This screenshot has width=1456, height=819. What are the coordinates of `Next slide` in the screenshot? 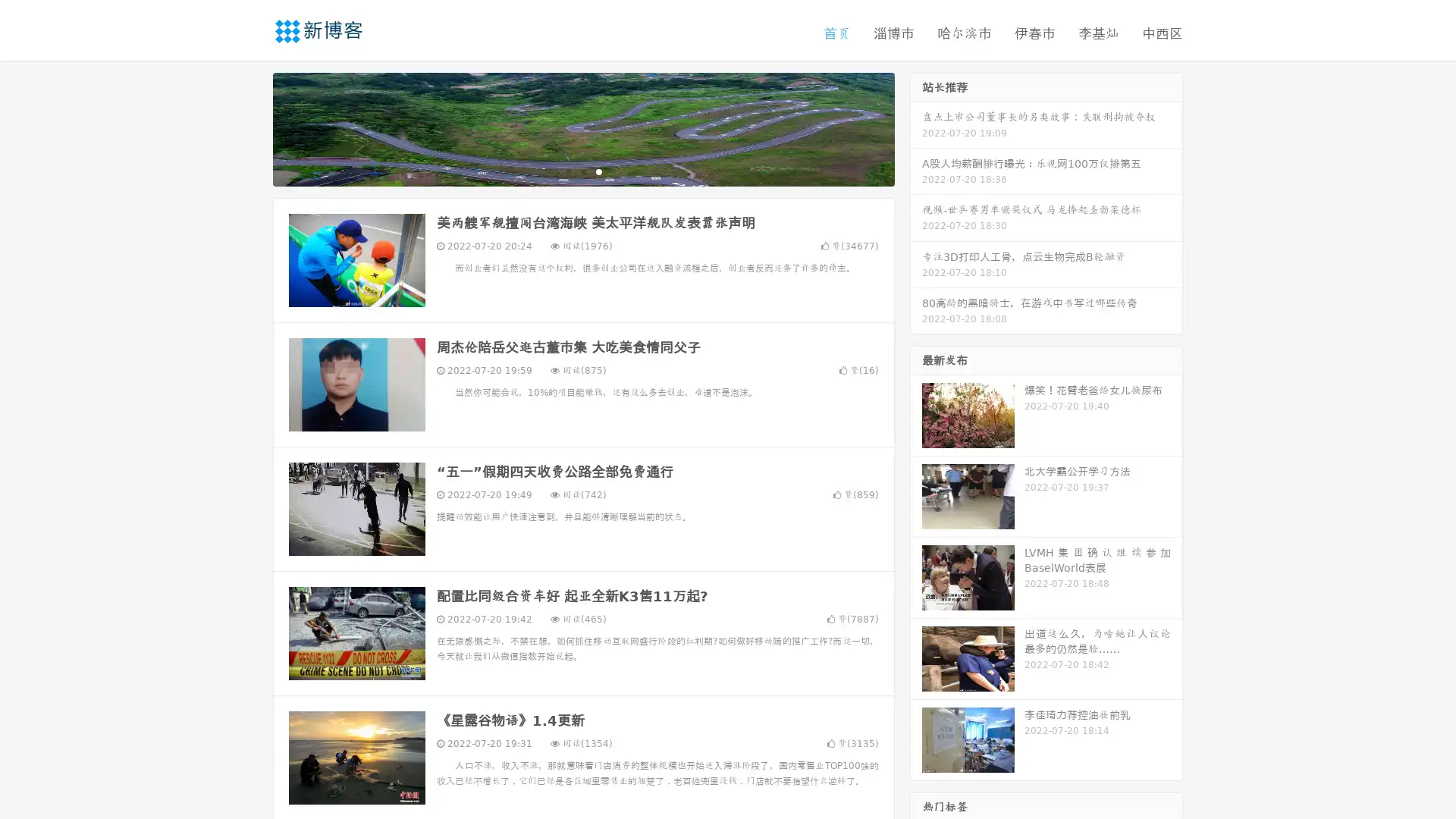 It's located at (916, 127).